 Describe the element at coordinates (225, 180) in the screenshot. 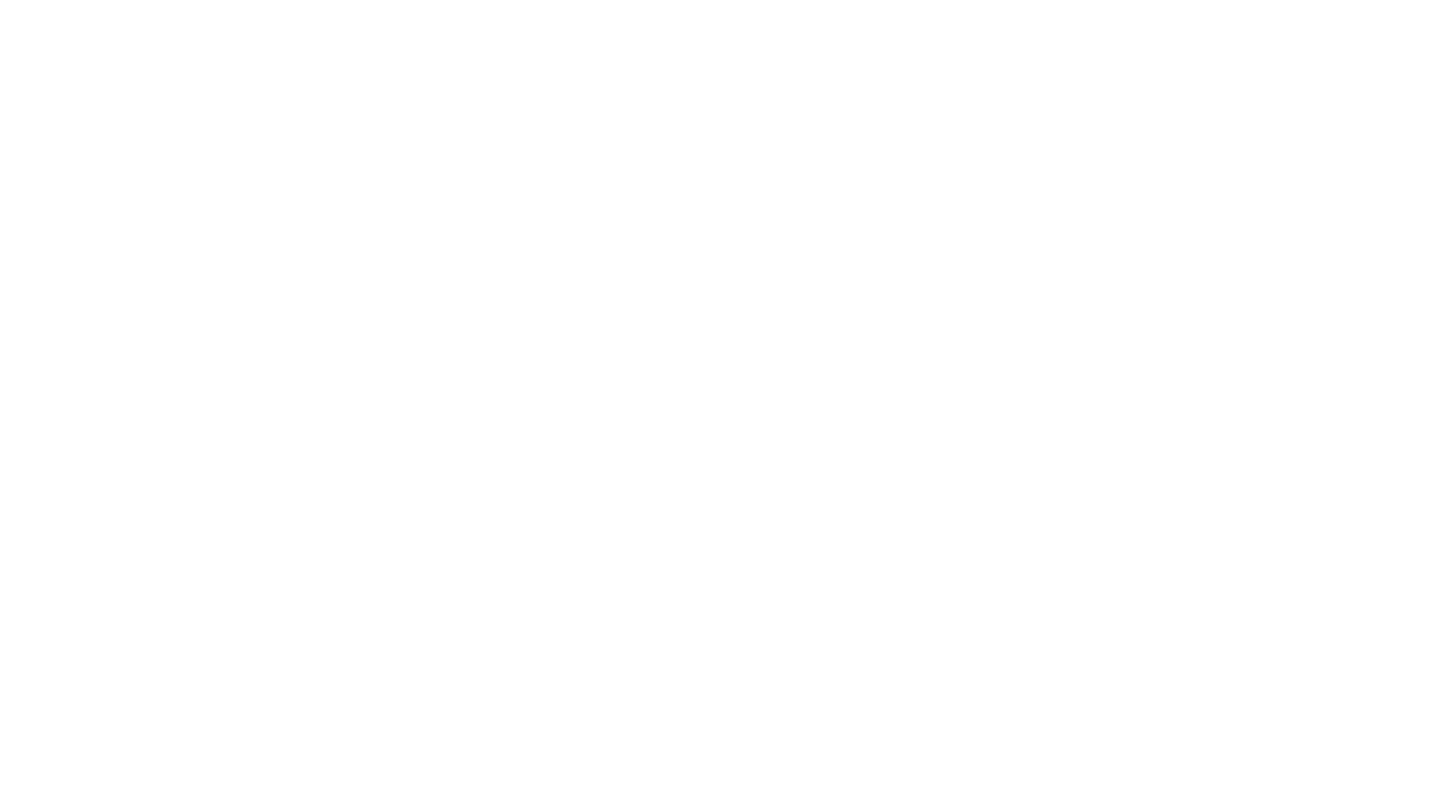

I see `'ALBUQUERQUE, N.M. (KRQE) - The first ever LimFlow procedure in the Western United States, was performed at'` at that location.